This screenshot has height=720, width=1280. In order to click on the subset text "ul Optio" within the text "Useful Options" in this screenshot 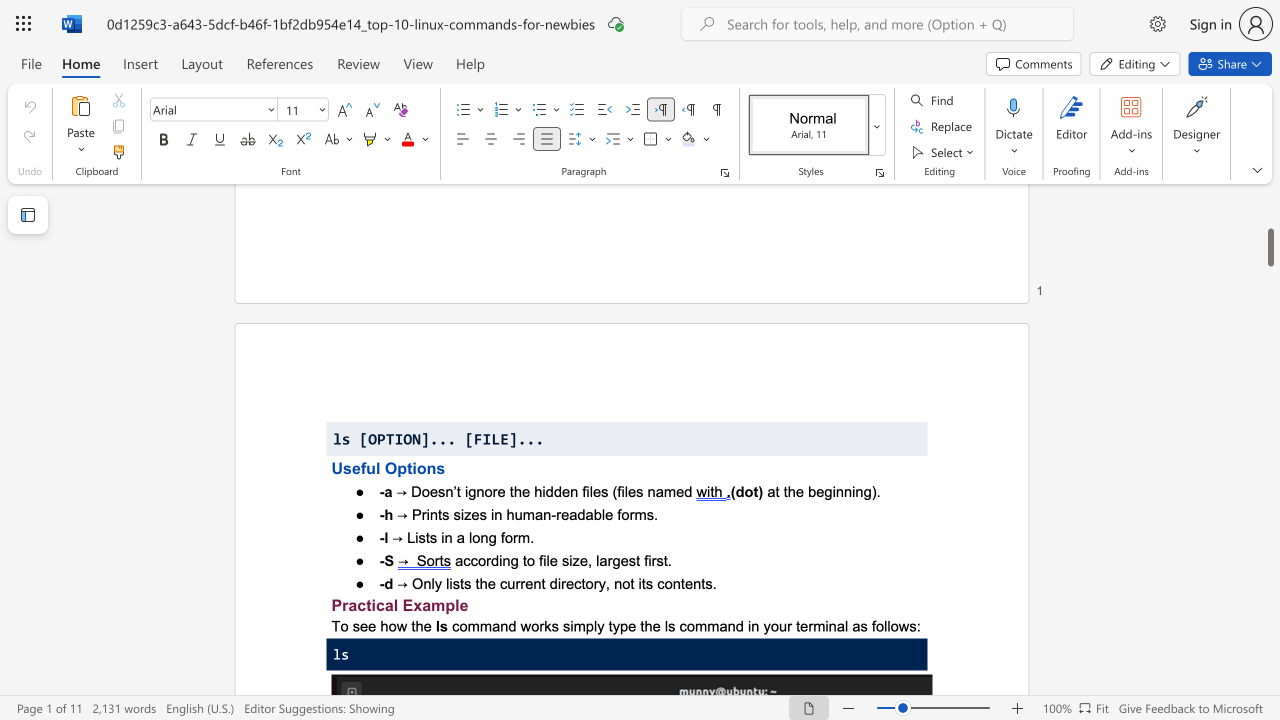, I will do `click(366, 468)`.